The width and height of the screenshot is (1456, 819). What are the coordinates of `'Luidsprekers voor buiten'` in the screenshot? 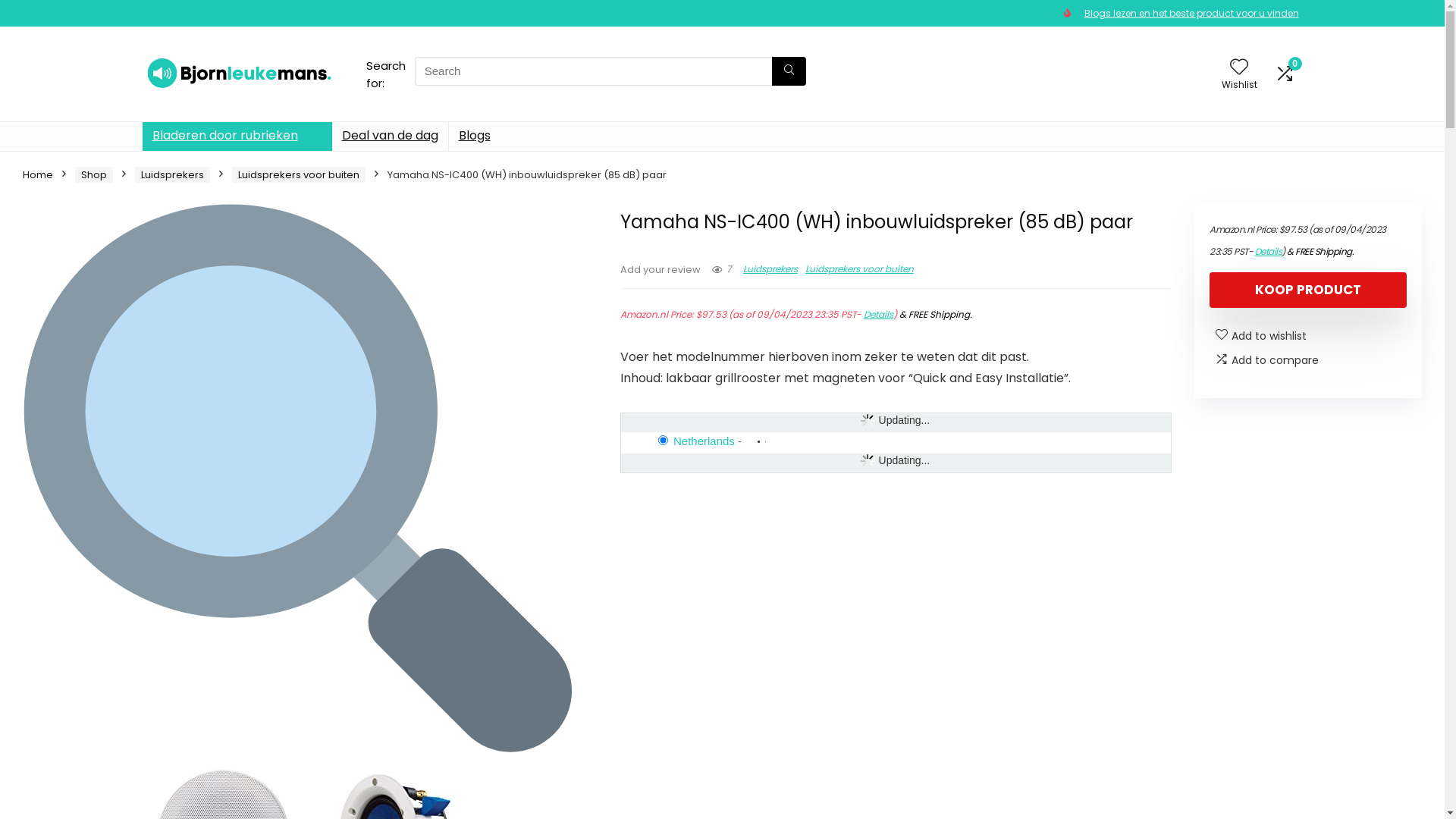 It's located at (298, 174).